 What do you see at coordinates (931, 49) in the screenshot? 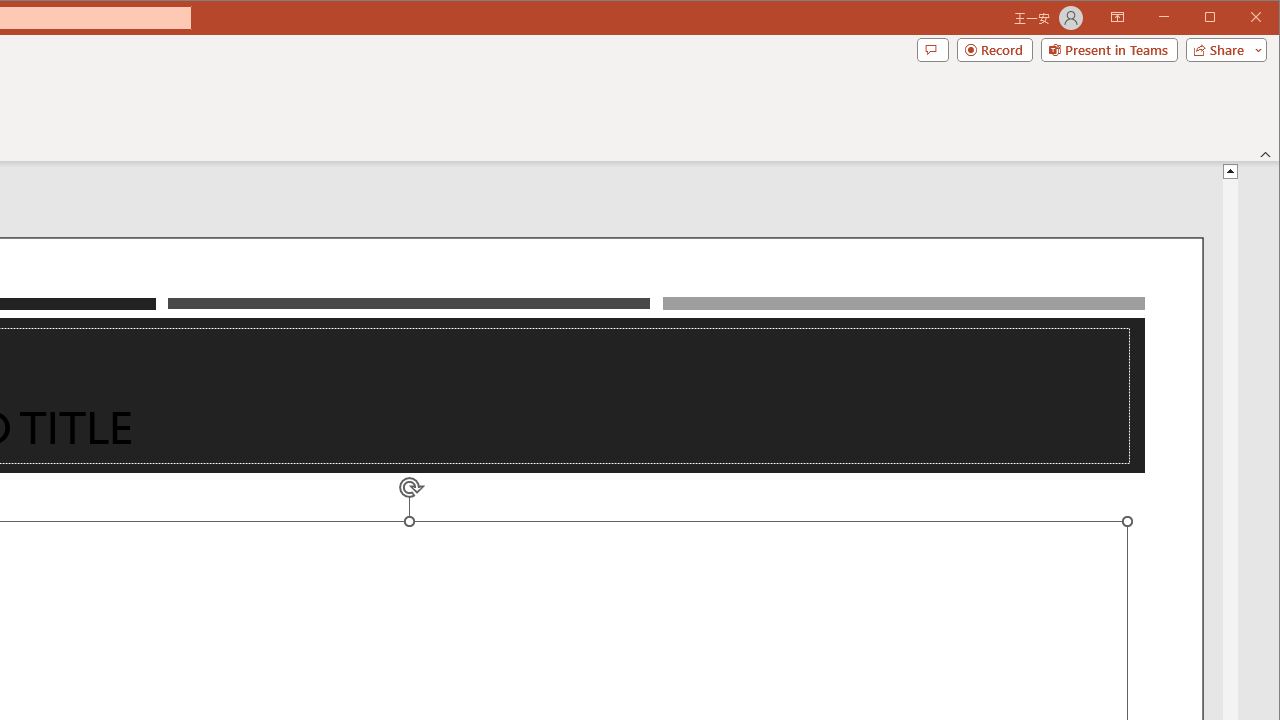
I see `'Comments'` at bounding box center [931, 49].